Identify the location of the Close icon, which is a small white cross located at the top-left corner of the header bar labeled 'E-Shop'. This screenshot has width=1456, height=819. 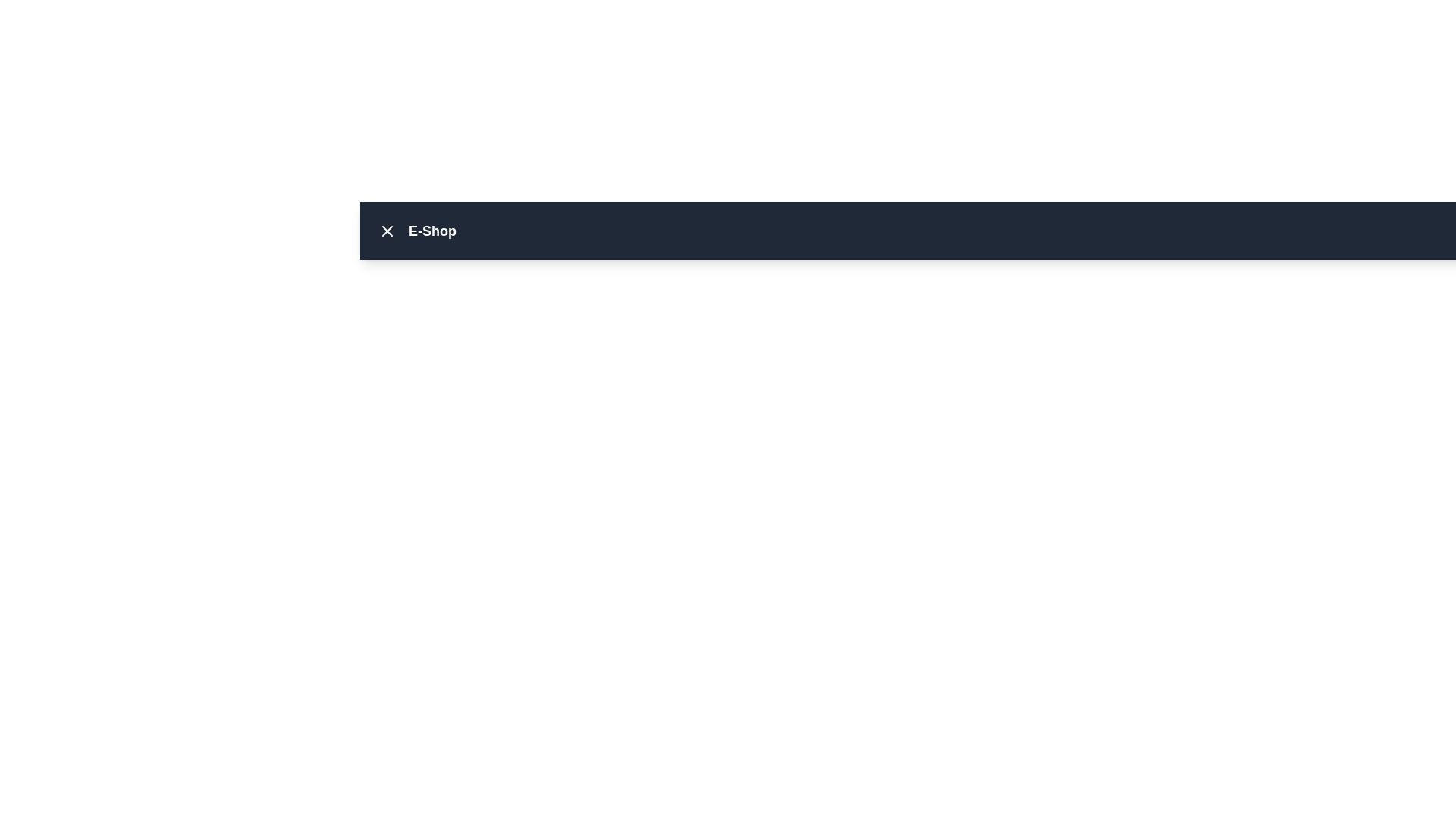
(387, 231).